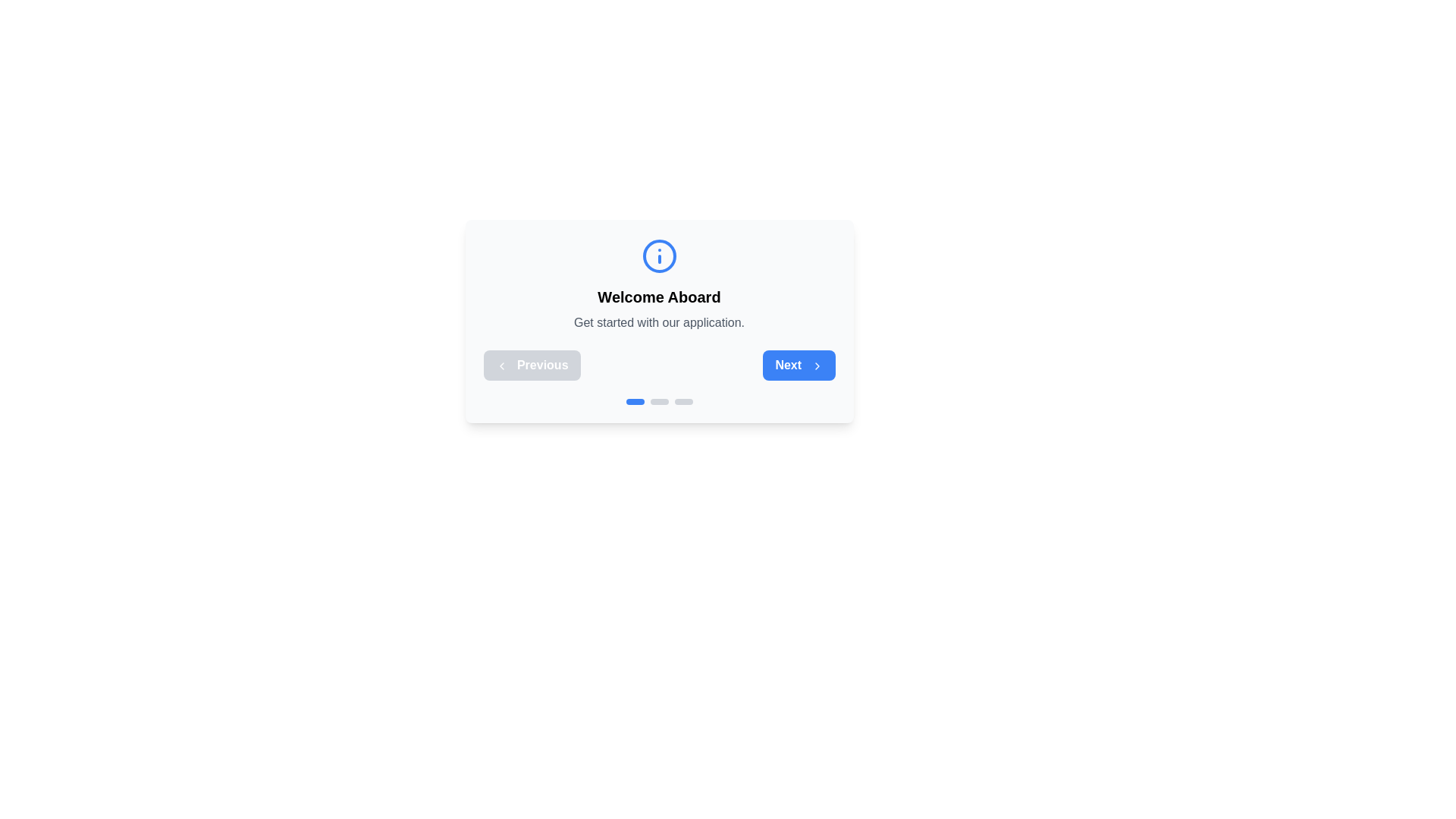  What do you see at coordinates (659, 256) in the screenshot?
I see `the minimalistic information icon, which is a circular outline with a blue border and a lowercase 'i' inside, positioned at the top-center of the card-like interface above the text 'Welcome Aboard'` at bounding box center [659, 256].